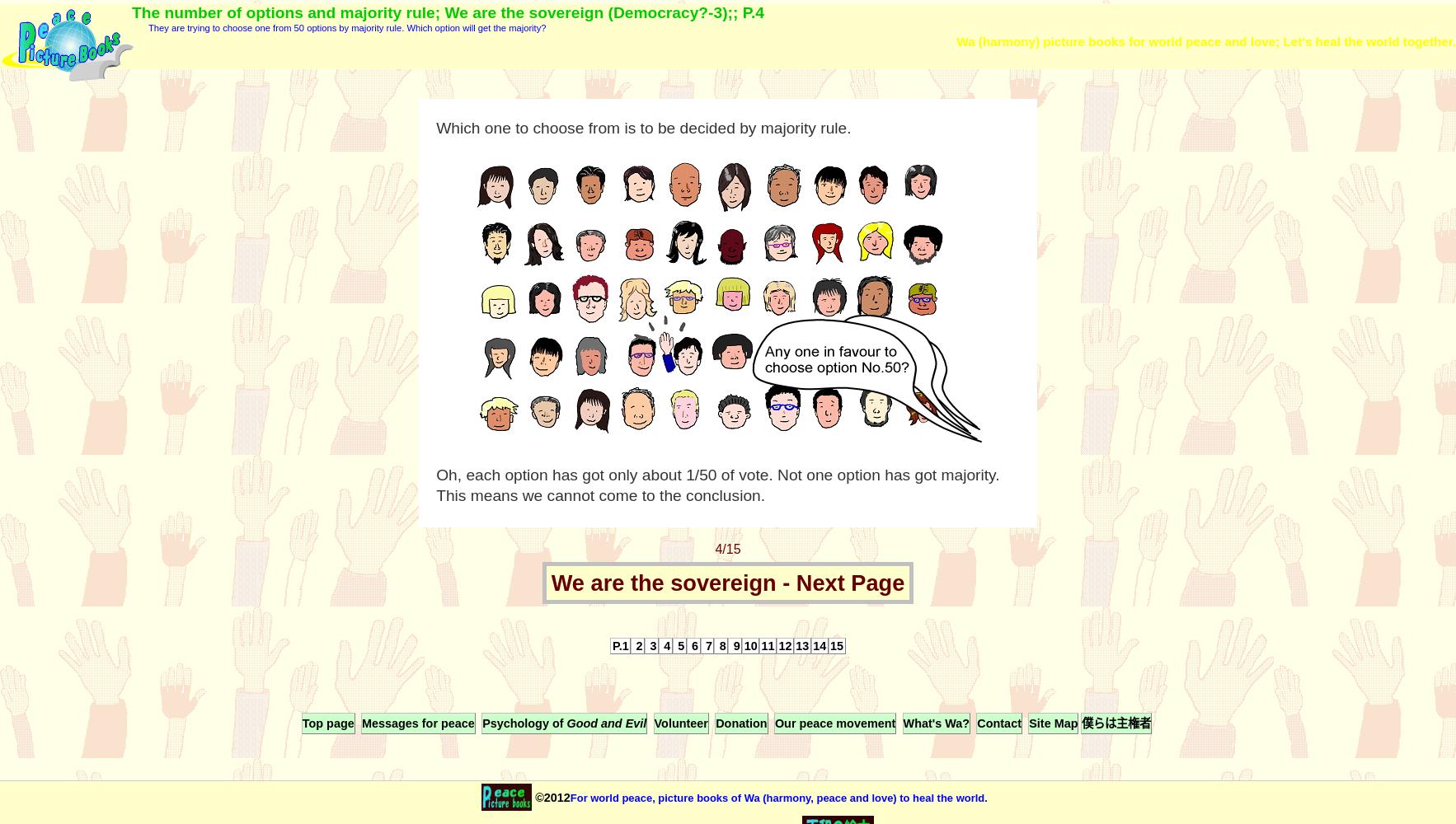 This screenshot has width=1456, height=824. What do you see at coordinates (693, 646) in the screenshot?
I see `'6'` at bounding box center [693, 646].